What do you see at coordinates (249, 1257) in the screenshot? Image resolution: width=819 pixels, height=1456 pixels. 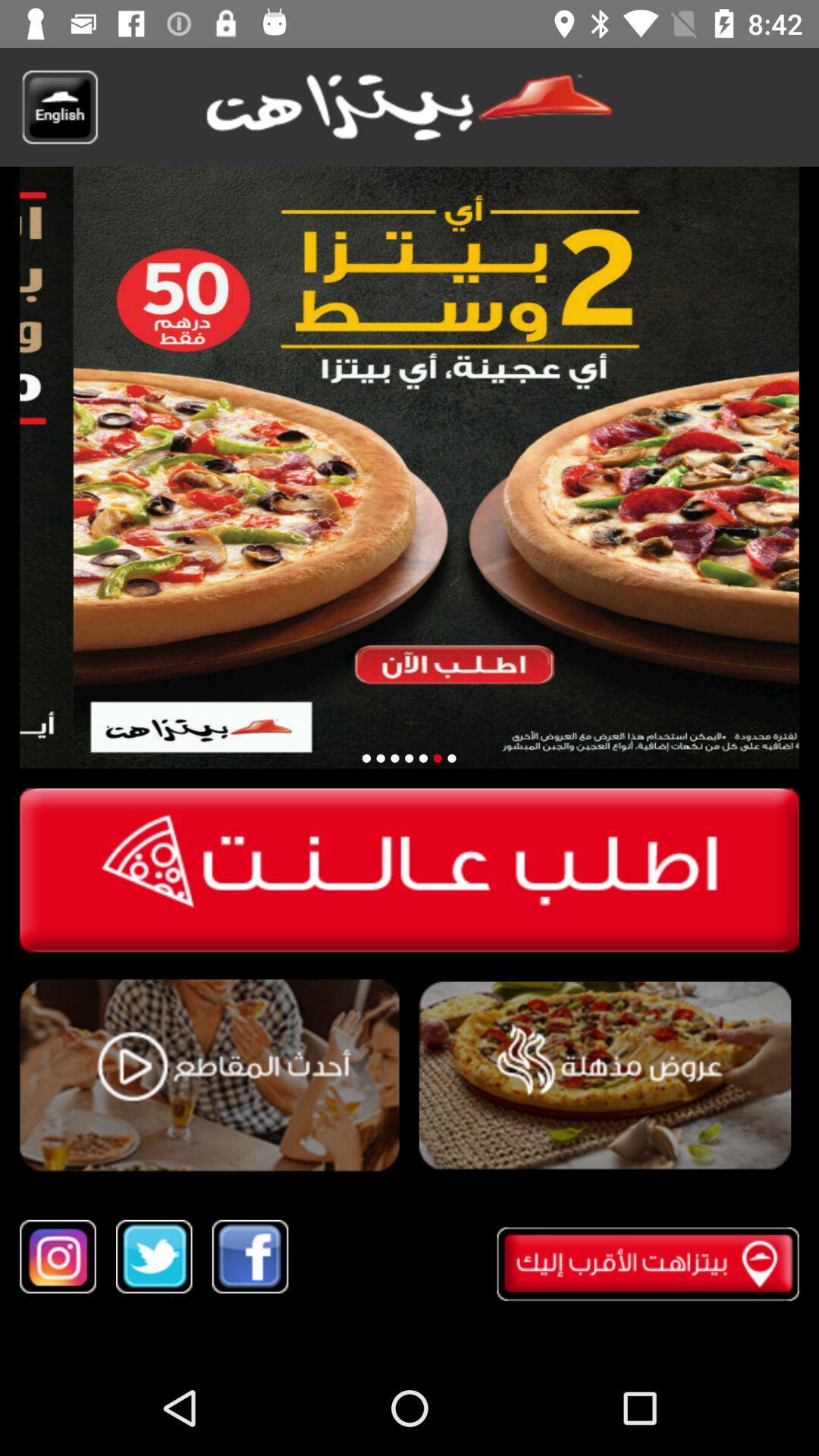 I see `share on facebook` at bounding box center [249, 1257].